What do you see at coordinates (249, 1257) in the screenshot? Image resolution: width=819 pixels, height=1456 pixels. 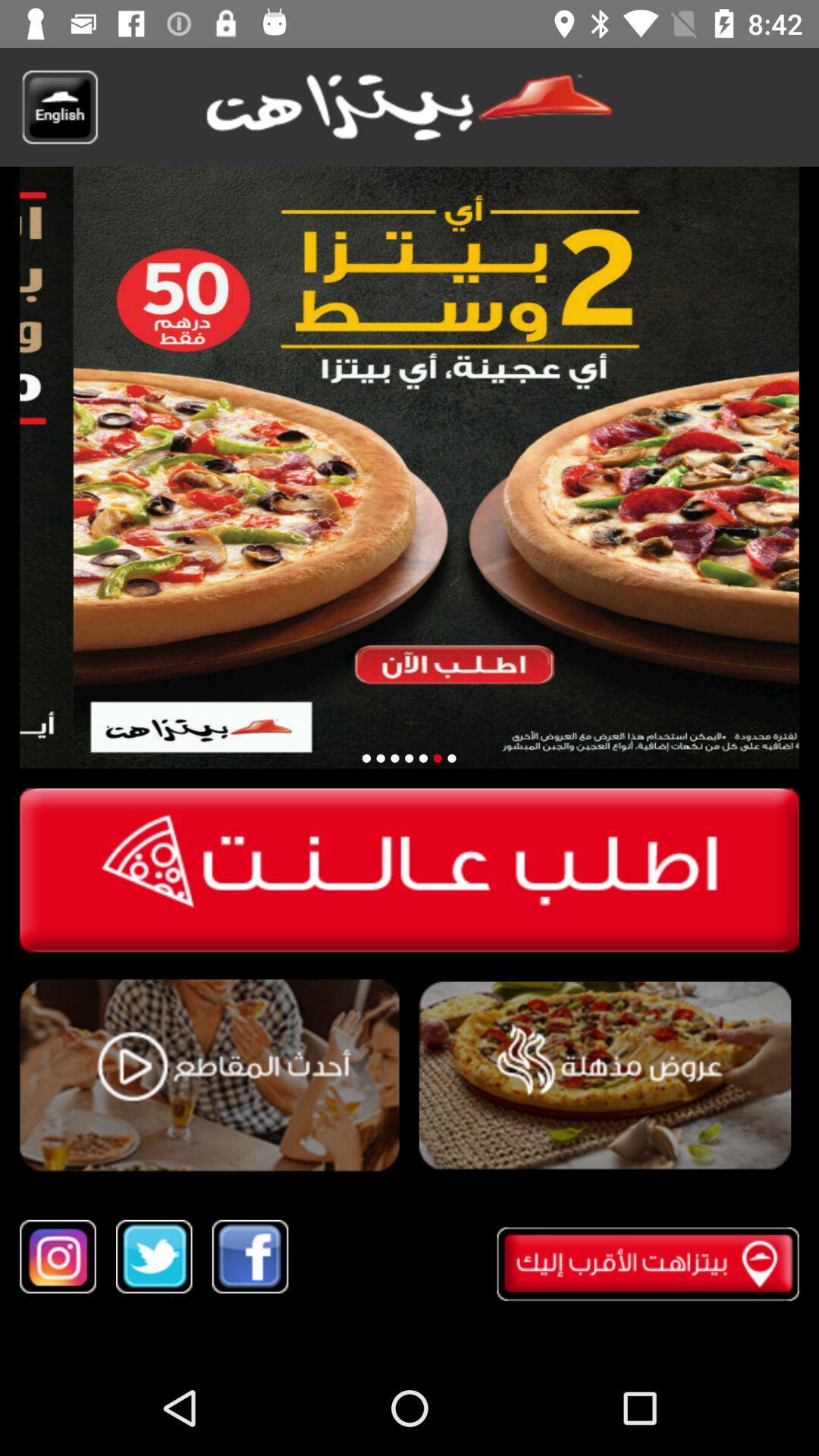 I see `share on facebook` at bounding box center [249, 1257].